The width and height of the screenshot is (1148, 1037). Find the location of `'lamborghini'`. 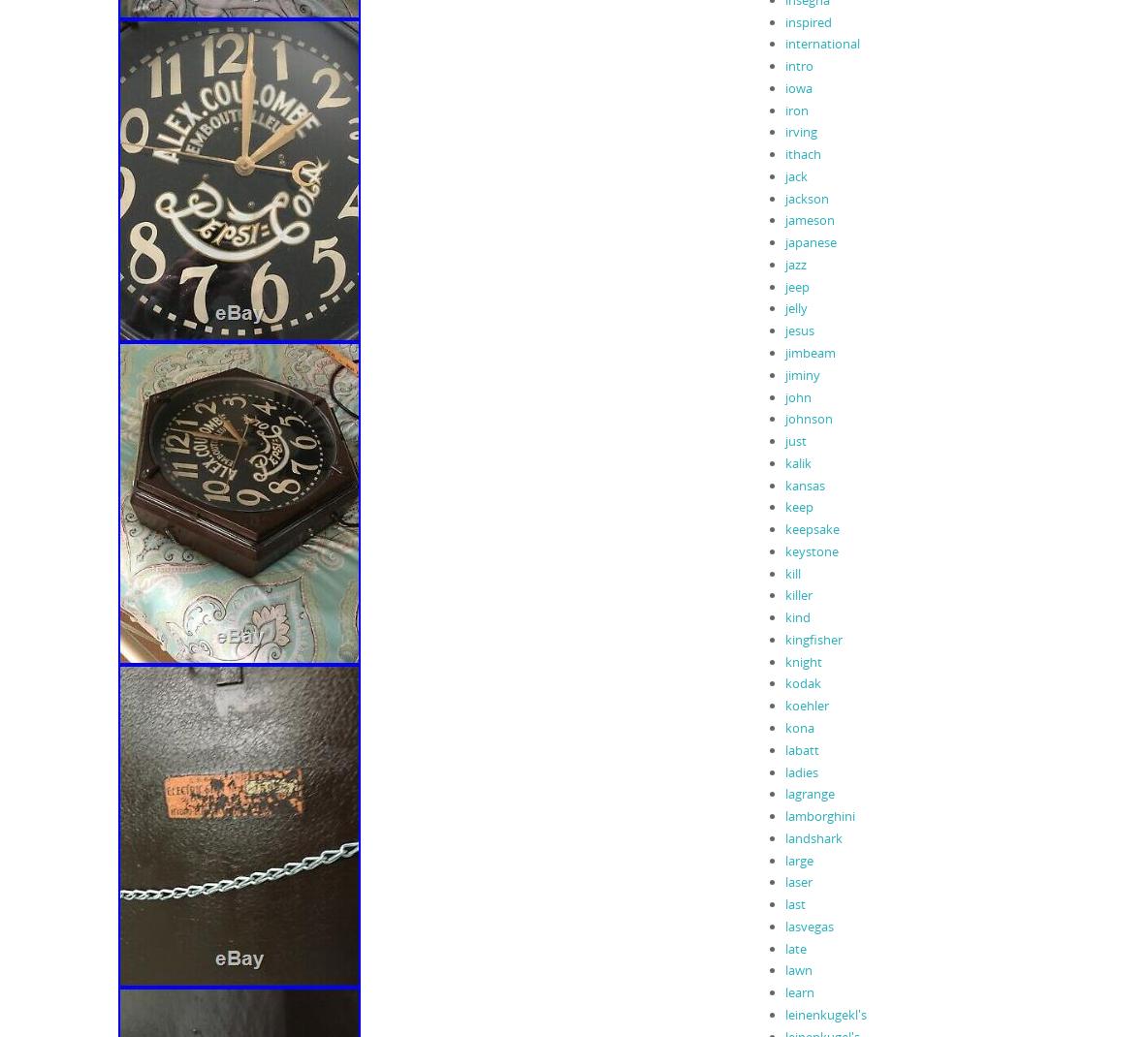

'lamborghini' is located at coordinates (783, 815).